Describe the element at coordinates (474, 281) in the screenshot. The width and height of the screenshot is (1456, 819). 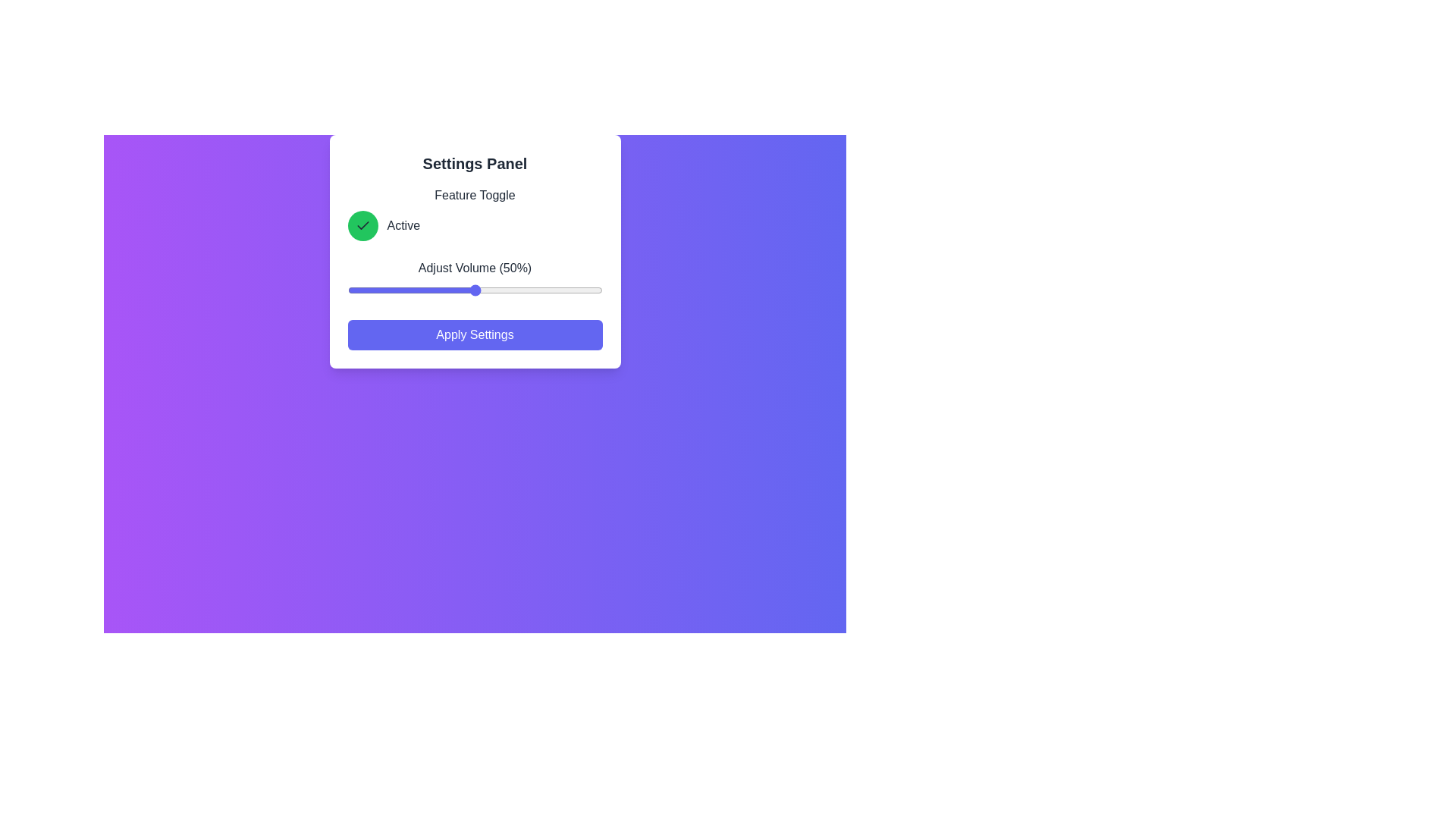
I see `the Range Slider labeled 'Adjust Volume (50%)' located in the 'Settings Panel'` at that location.